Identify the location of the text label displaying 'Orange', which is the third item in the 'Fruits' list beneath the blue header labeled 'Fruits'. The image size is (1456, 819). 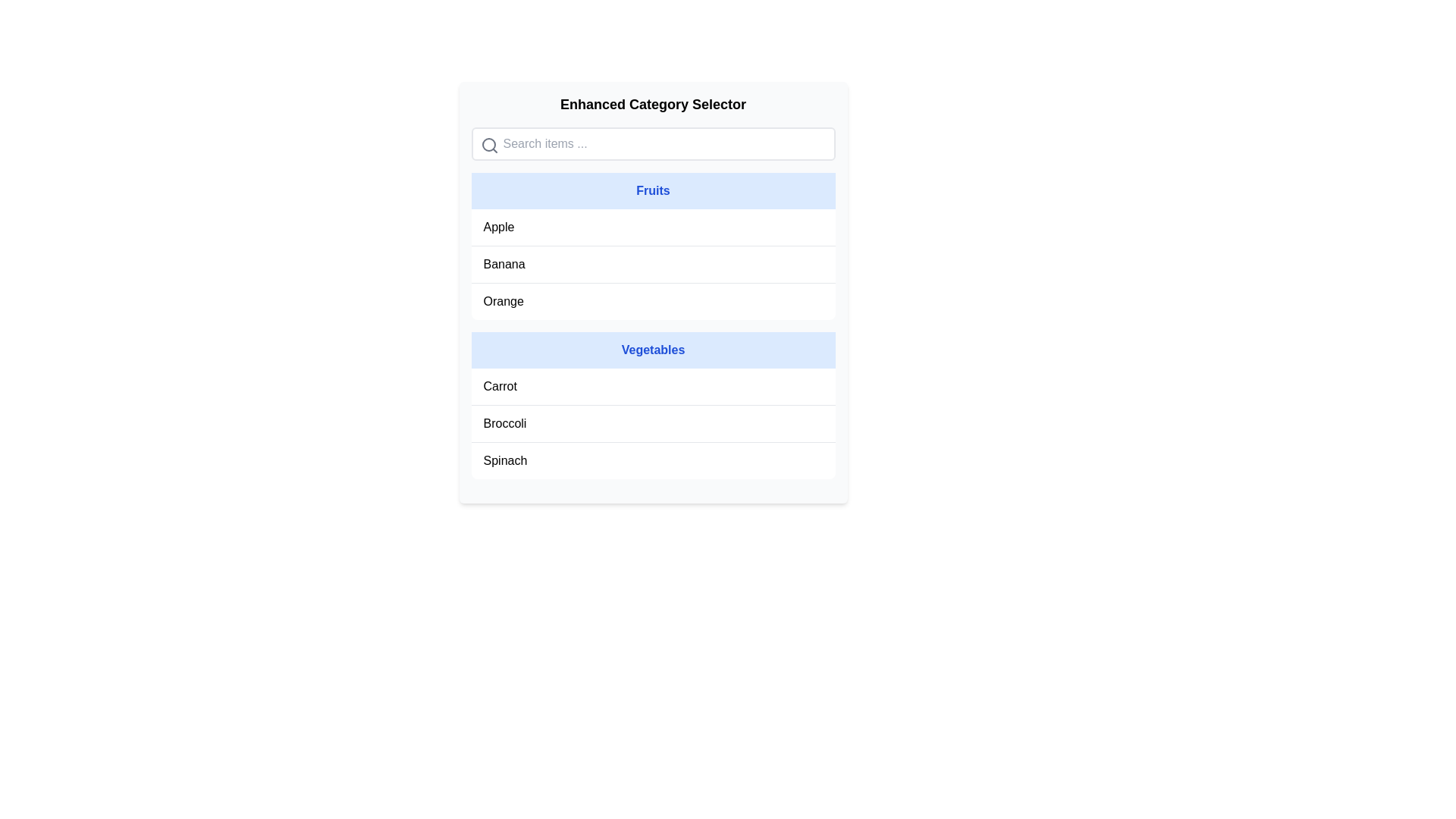
(504, 301).